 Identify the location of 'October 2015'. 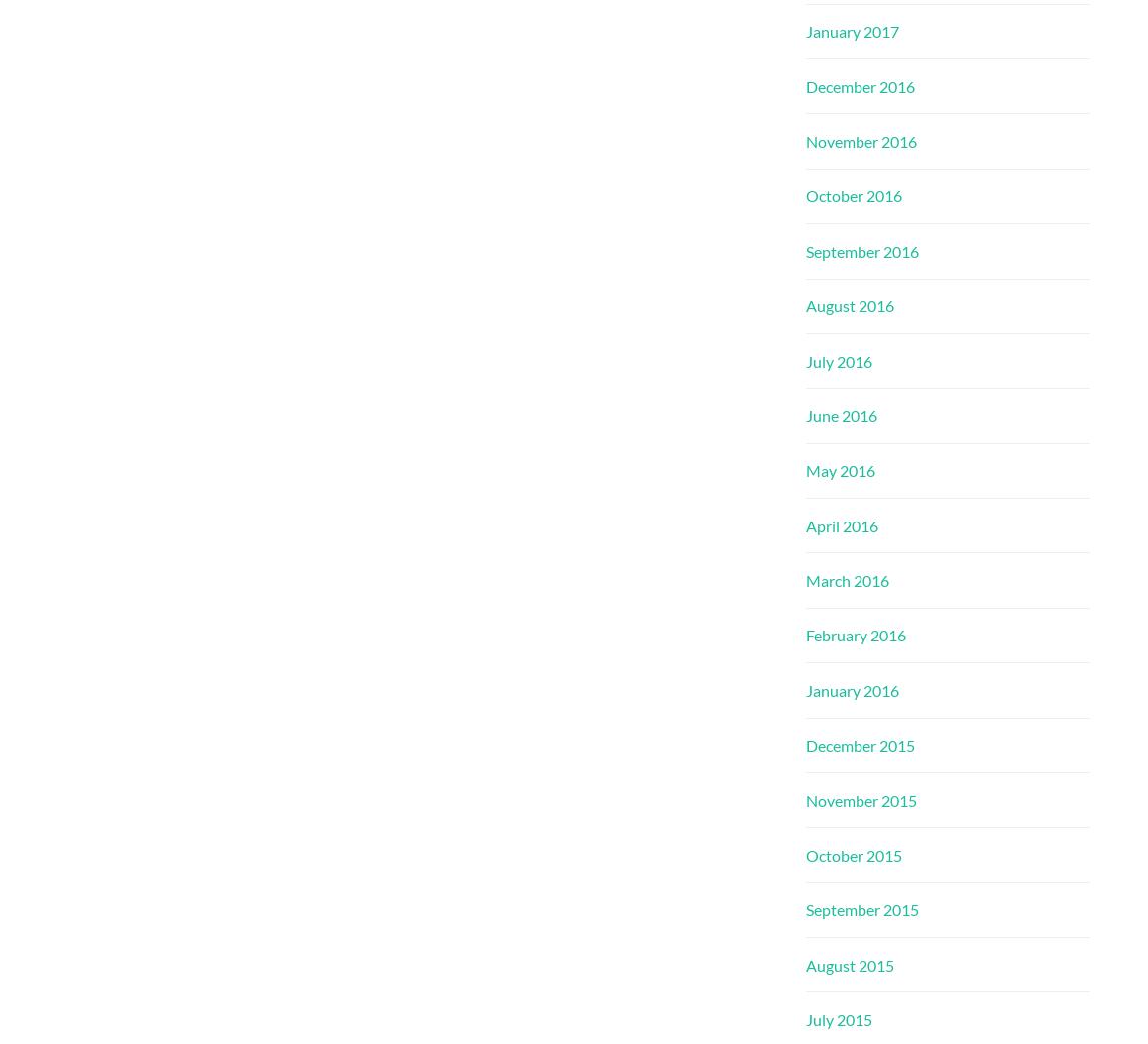
(853, 853).